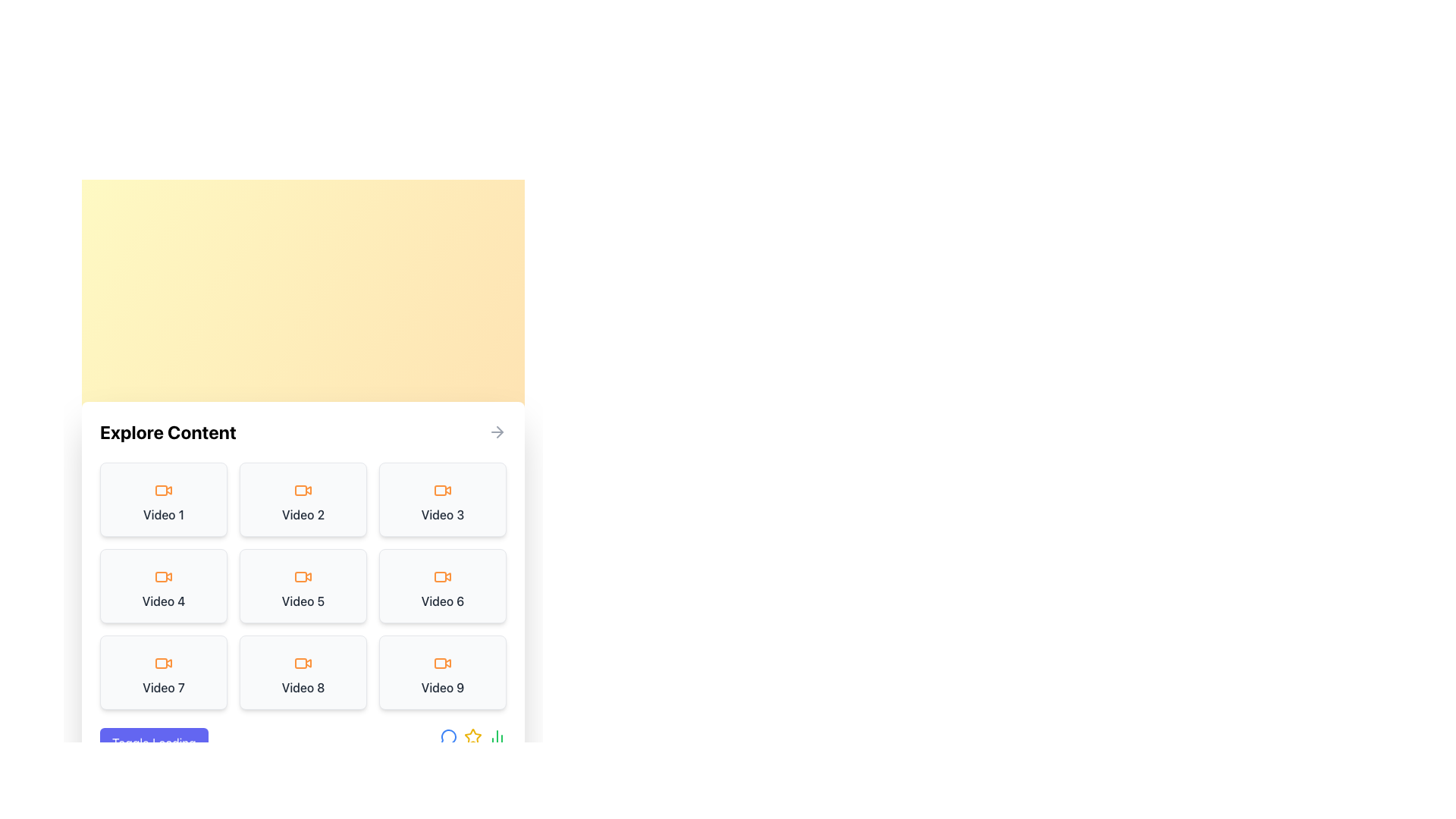 This screenshot has height=819, width=1456. I want to click on the 'Video 4' icon, so click(164, 576).